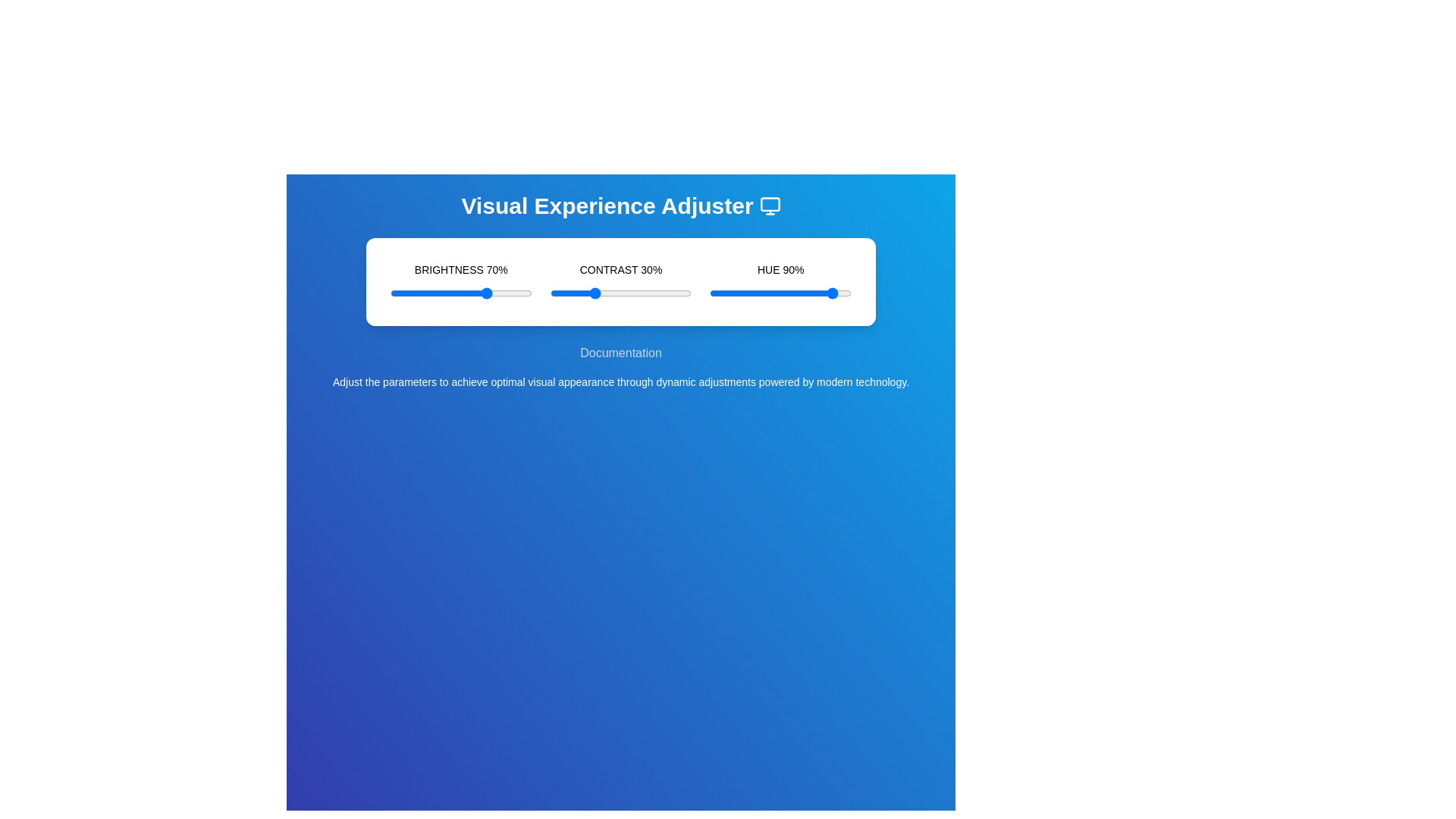 The width and height of the screenshot is (1456, 819). I want to click on the contrast slider to set the contrast level to 63, so click(639, 293).